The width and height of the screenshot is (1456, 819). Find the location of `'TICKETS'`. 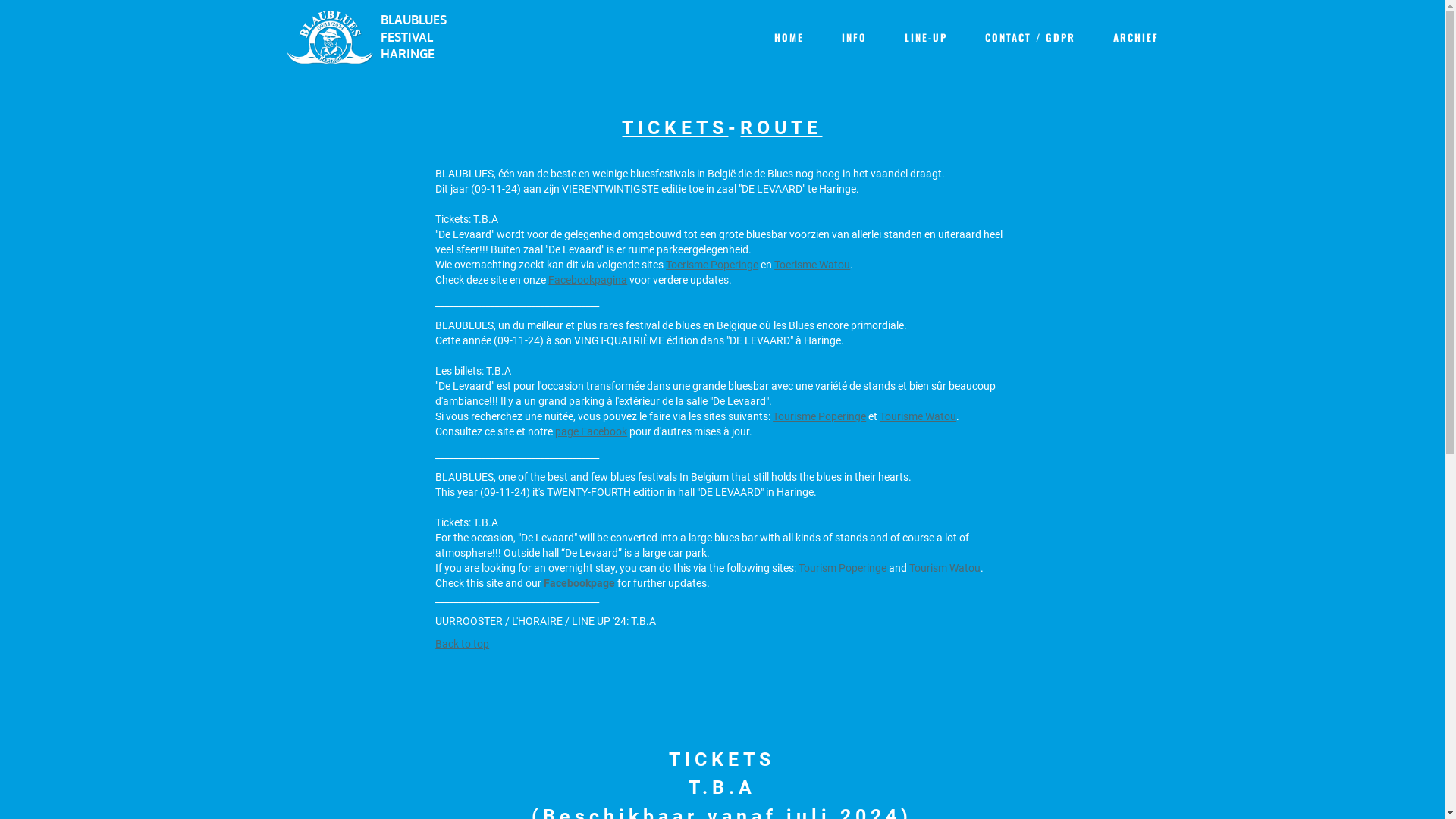

'TICKETS' is located at coordinates (622, 127).